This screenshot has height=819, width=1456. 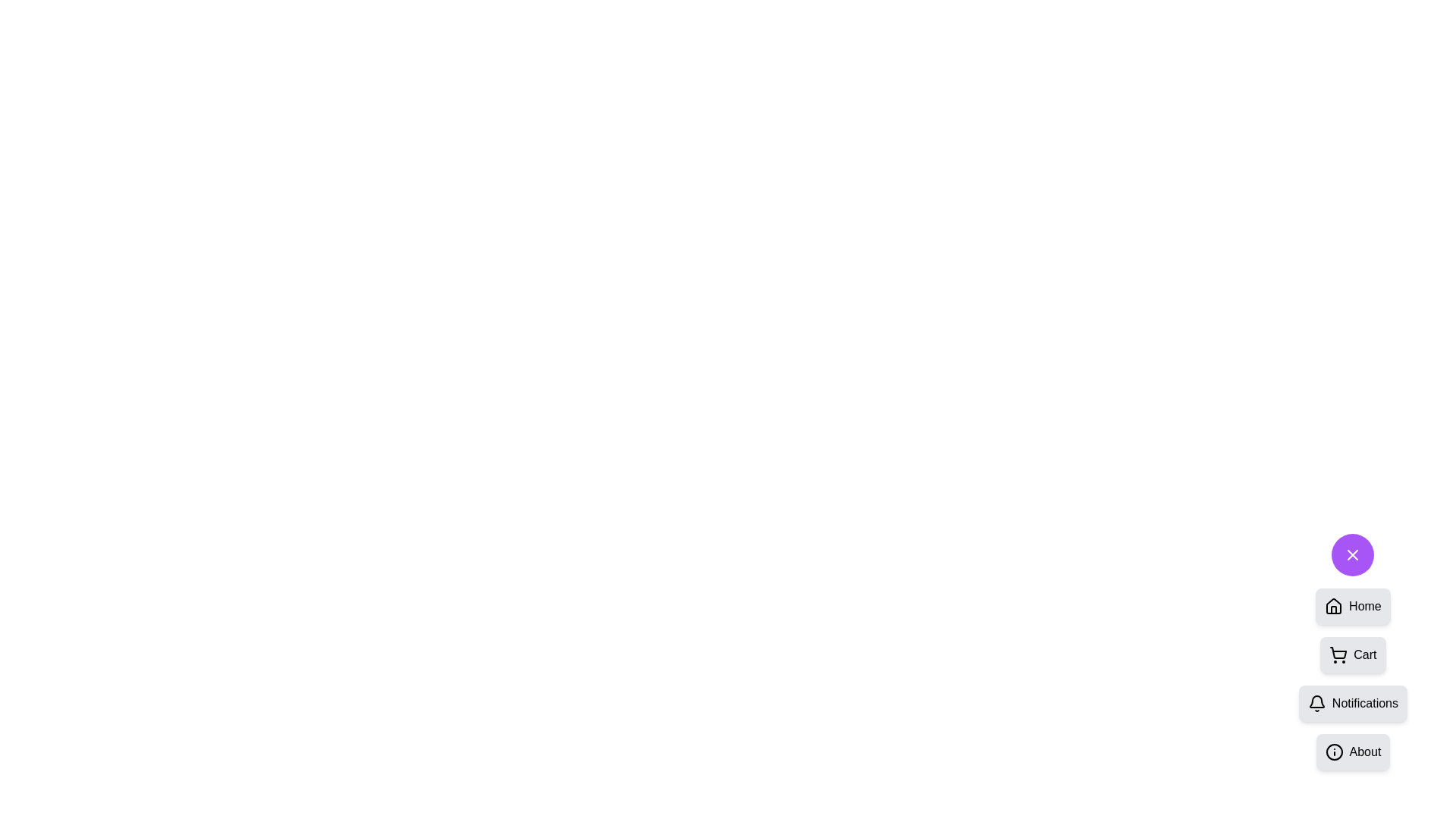 What do you see at coordinates (1353, 752) in the screenshot?
I see `the SpeedDial item labeled 'About' to observe its hover effect` at bounding box center [1353, 752].